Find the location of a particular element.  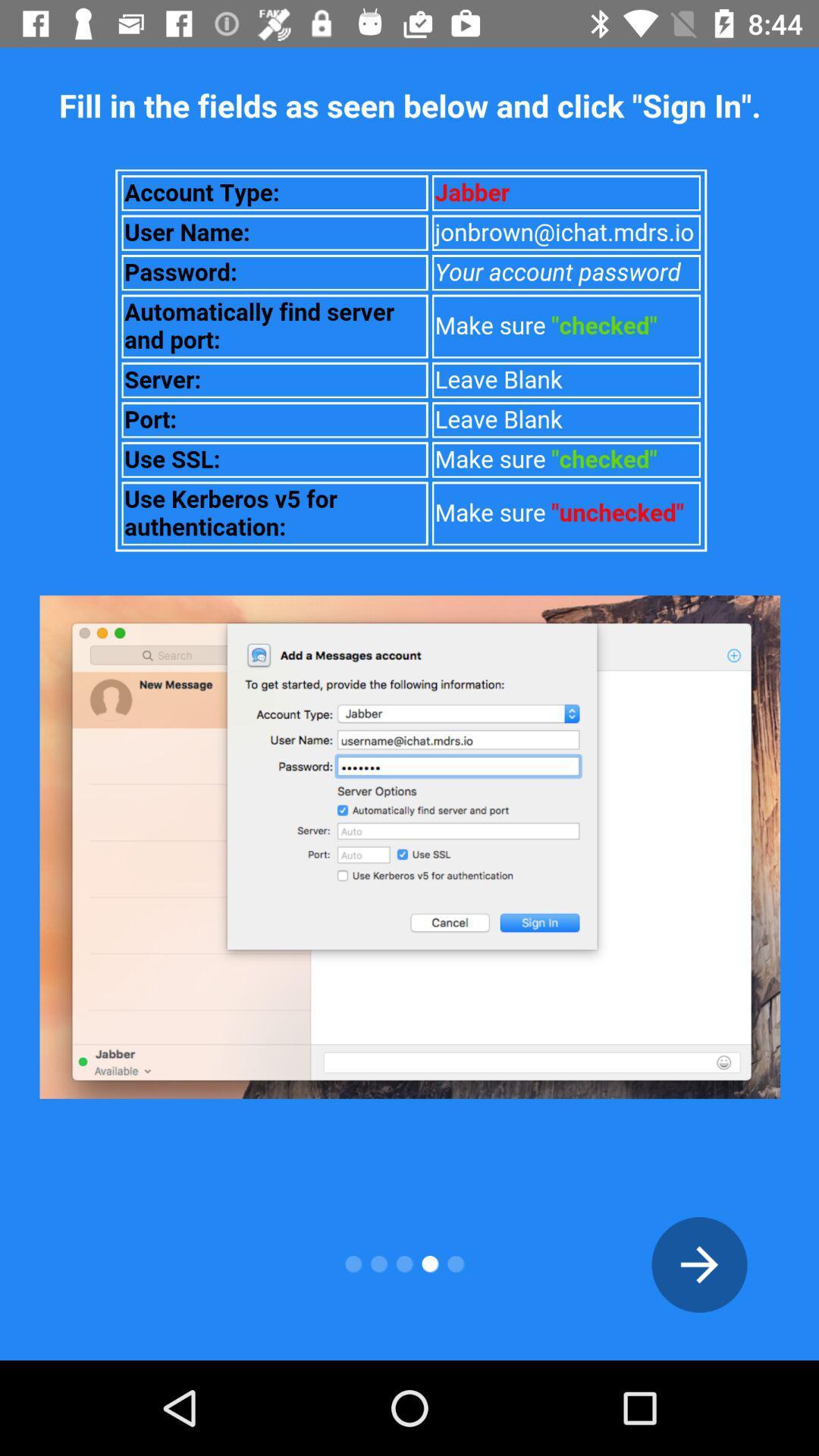

previous is located at coordinates (699, 1264).